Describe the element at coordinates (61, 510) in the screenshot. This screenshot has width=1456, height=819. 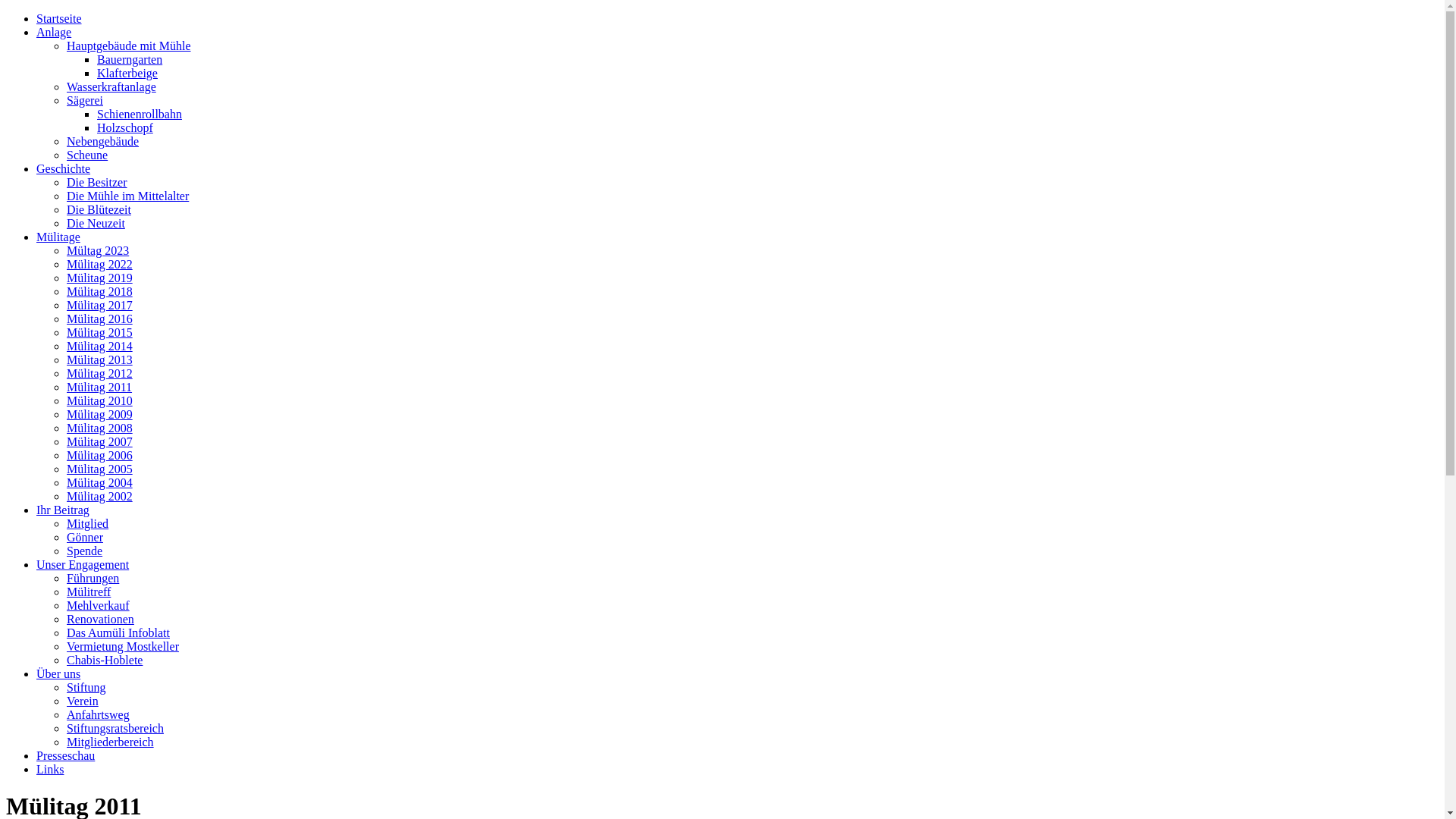
I see `'Ihr Beitrag'` at that location.